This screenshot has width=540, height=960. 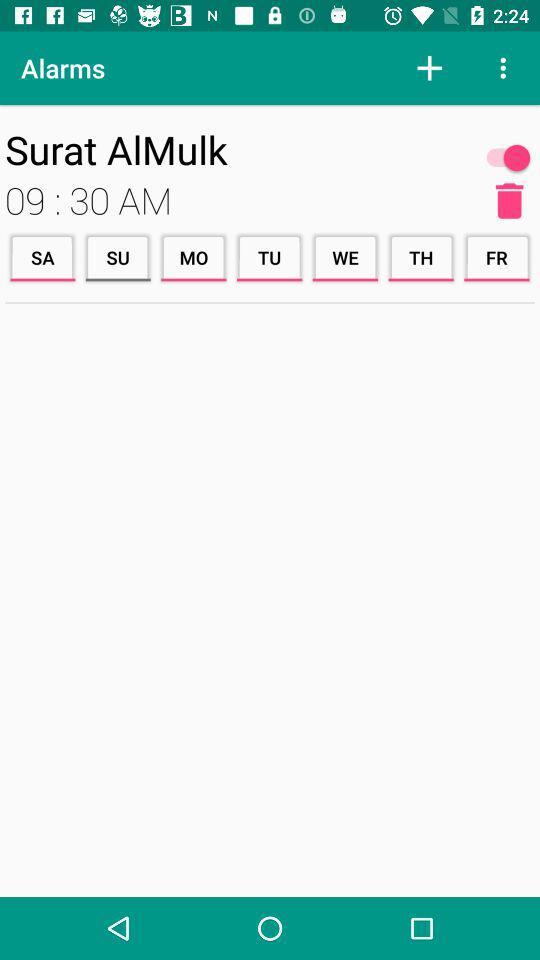 I want to click on the icon next to the mo item, so click(x=118, y=256).